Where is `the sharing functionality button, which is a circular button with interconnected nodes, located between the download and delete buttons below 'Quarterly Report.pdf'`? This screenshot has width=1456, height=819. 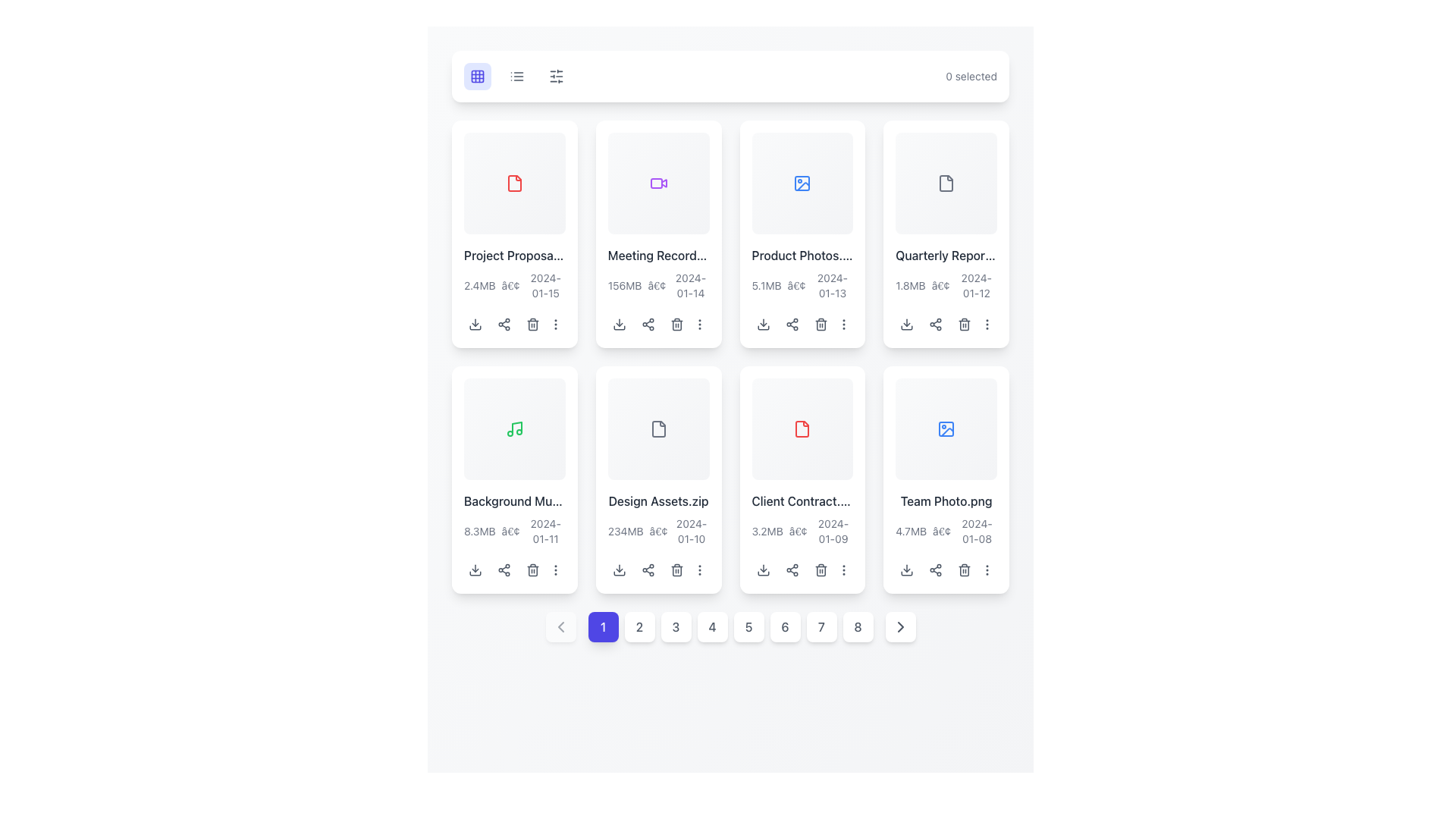 the sharing functionality button, which is a circular button with interconnected nodes, located between the download and delete buttons below 'Quarterly Report.pdf' is located at coordinates (935, 323).